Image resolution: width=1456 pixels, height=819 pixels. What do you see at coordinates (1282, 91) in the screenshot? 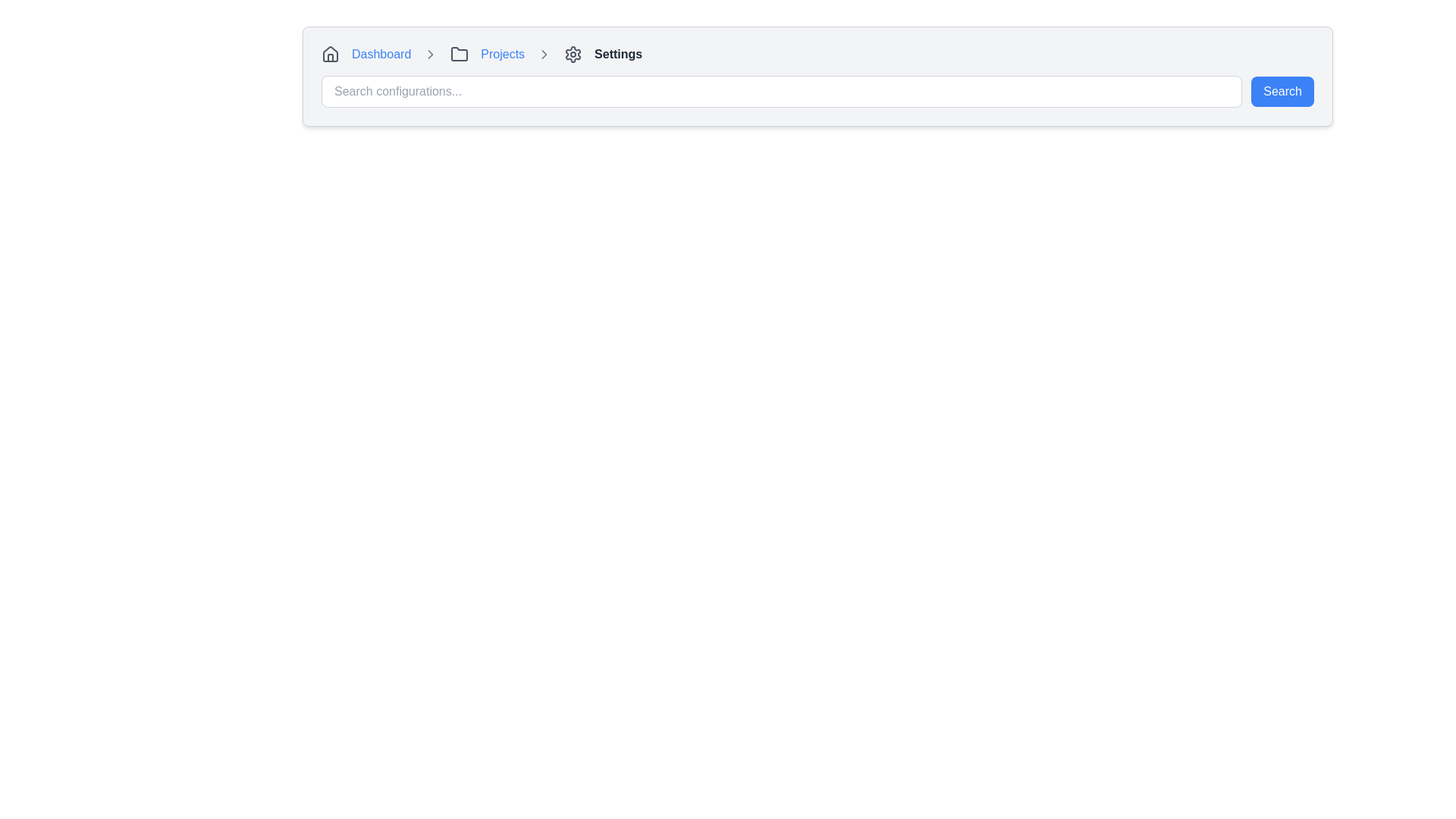
I see `the blue button labeled 'Search' located to the right of the search input field` at bounding box center [1282, 91].